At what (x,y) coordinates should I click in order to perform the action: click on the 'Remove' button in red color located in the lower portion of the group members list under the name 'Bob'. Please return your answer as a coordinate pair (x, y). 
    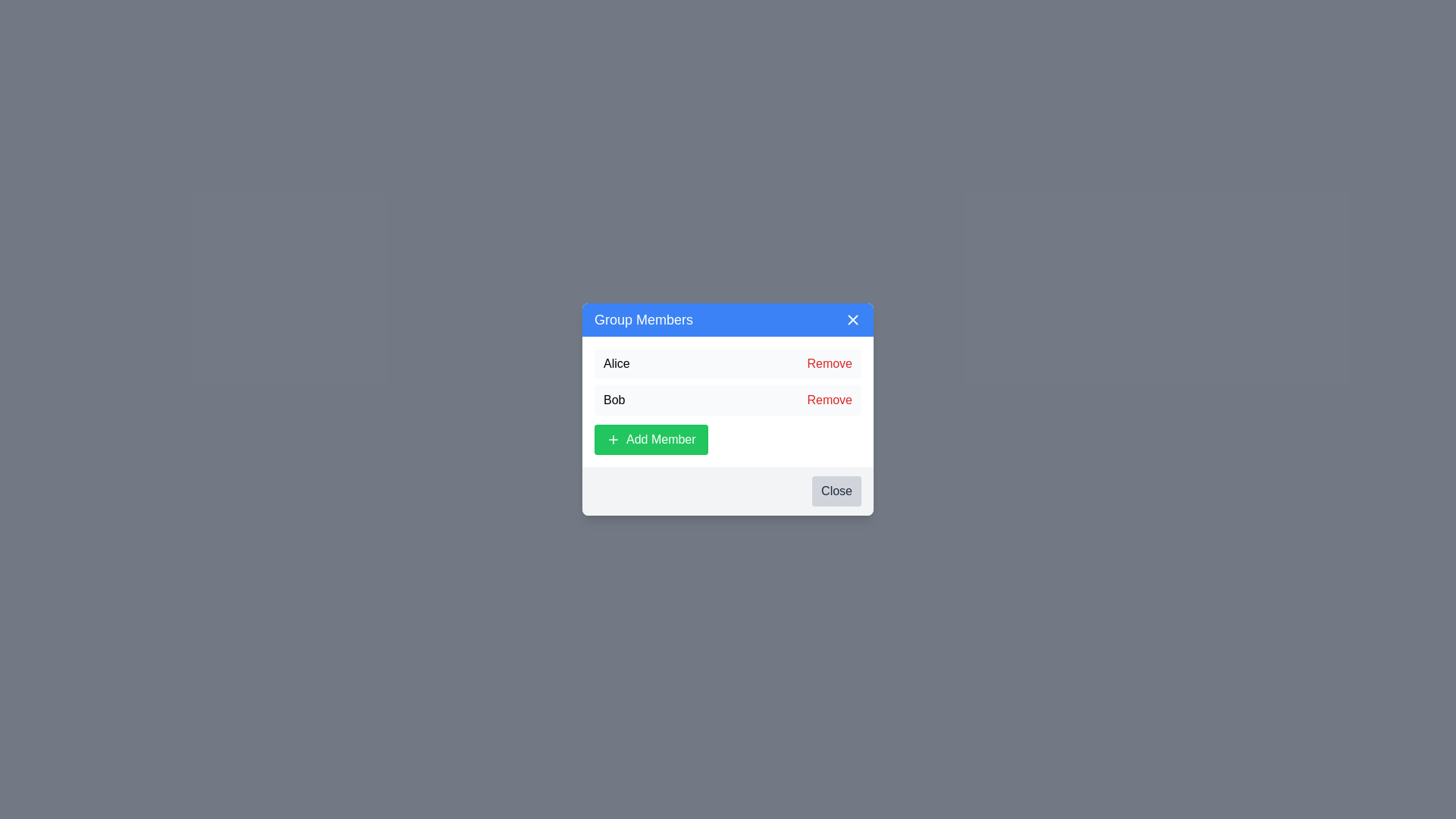
    Looking at the image, I should click on (829, 400).